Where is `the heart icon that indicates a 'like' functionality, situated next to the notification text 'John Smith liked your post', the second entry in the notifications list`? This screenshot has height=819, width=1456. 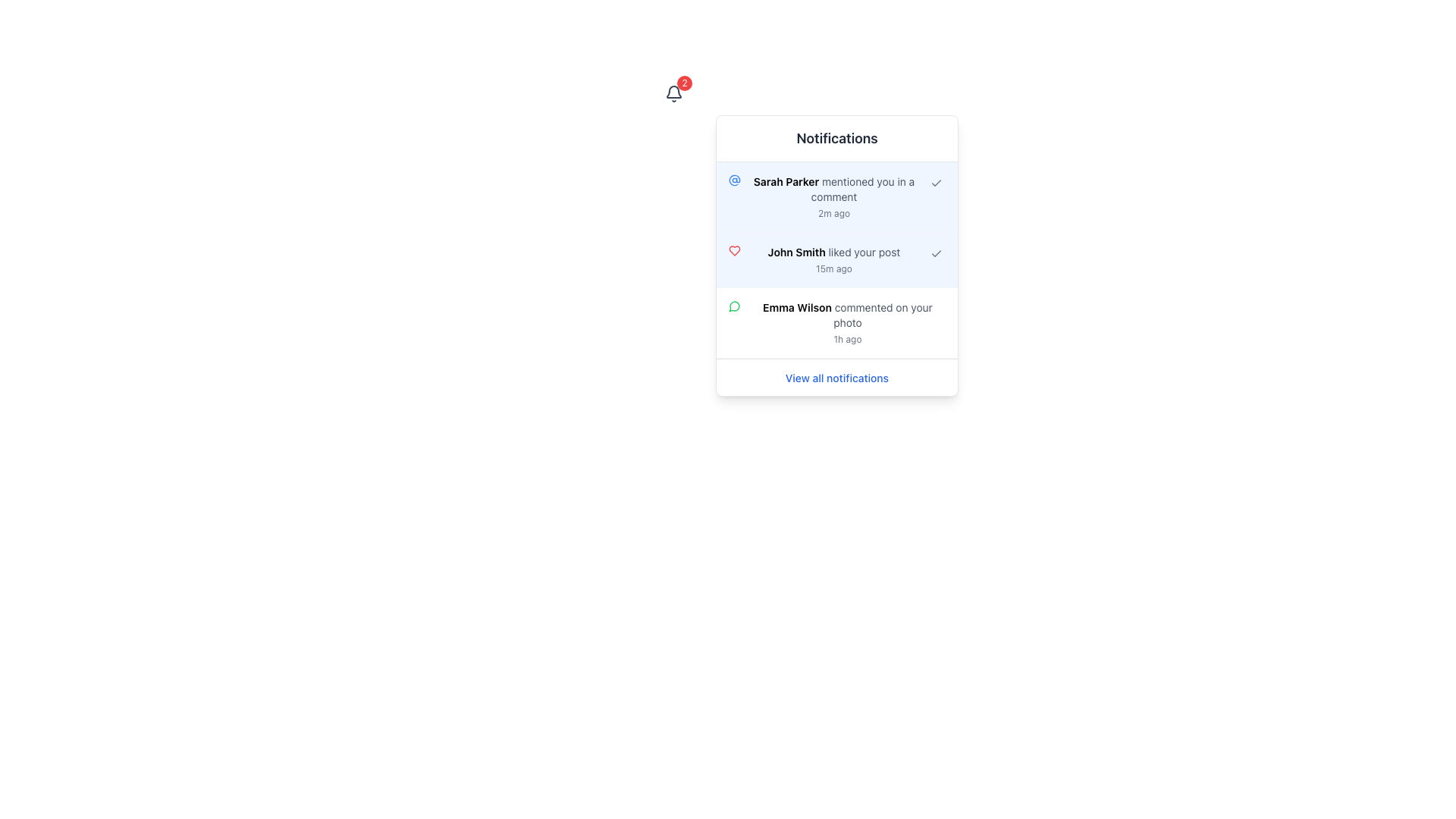 the heart icon that indicates a 'like' functionality, situated next to the notification text 'John Smith liked your post', the second entry in the notifications list is located at coordinates (735, 250).